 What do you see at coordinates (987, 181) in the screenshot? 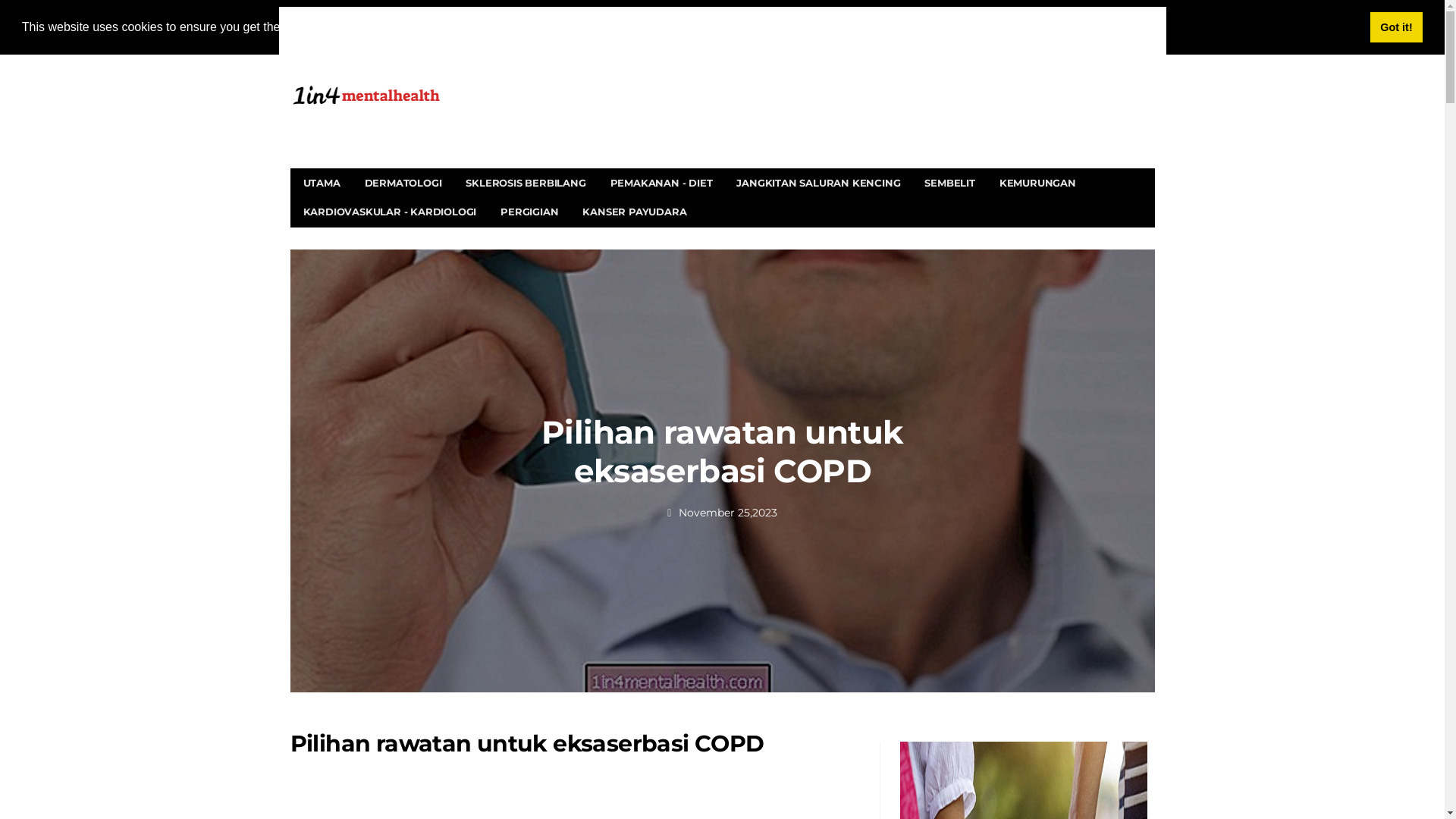
I see `'KEMURUNGAN'` at bounding box center [987, 181].